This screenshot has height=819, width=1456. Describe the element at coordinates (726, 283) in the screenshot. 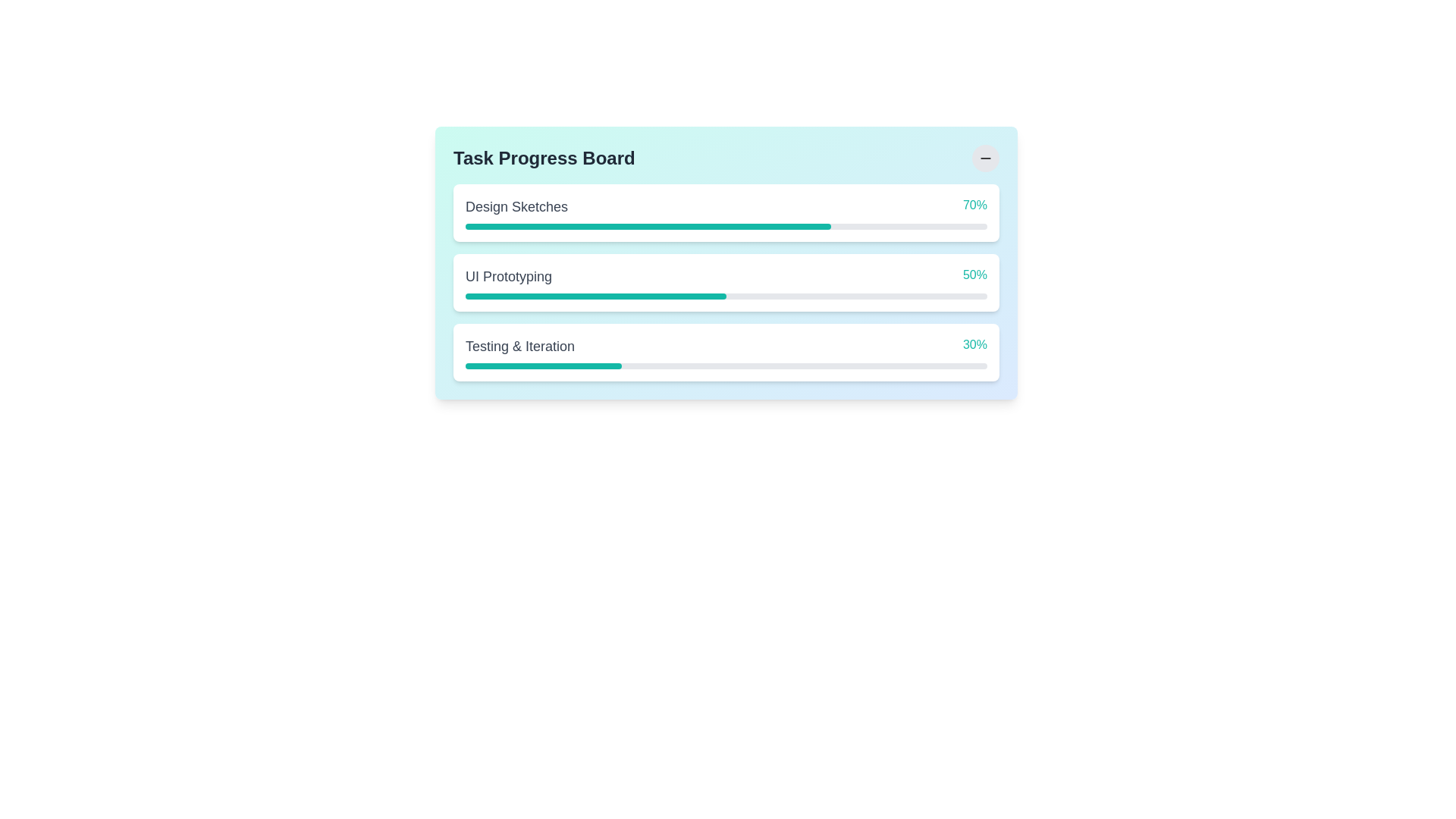

I see `the progress bars for 'Design Sketches', 'UI Prototyping', and 'Testing & Iteration' located at the center of the 'Task Progress Board' to infer task completion` at that location.